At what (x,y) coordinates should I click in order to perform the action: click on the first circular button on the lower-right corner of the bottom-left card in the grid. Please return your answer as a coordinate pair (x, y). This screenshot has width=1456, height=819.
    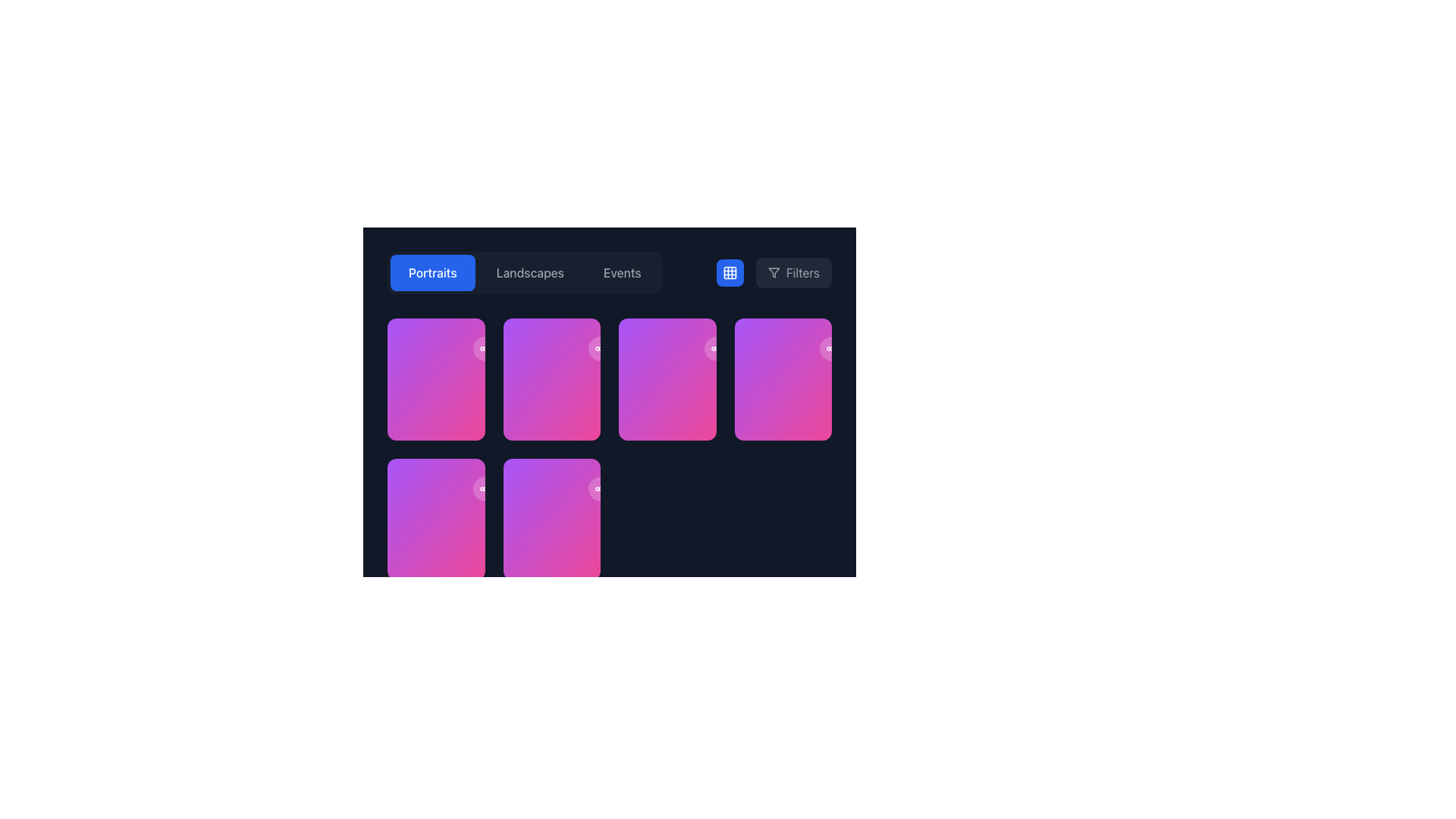
    Looking at the image, I should click on (484, 488).